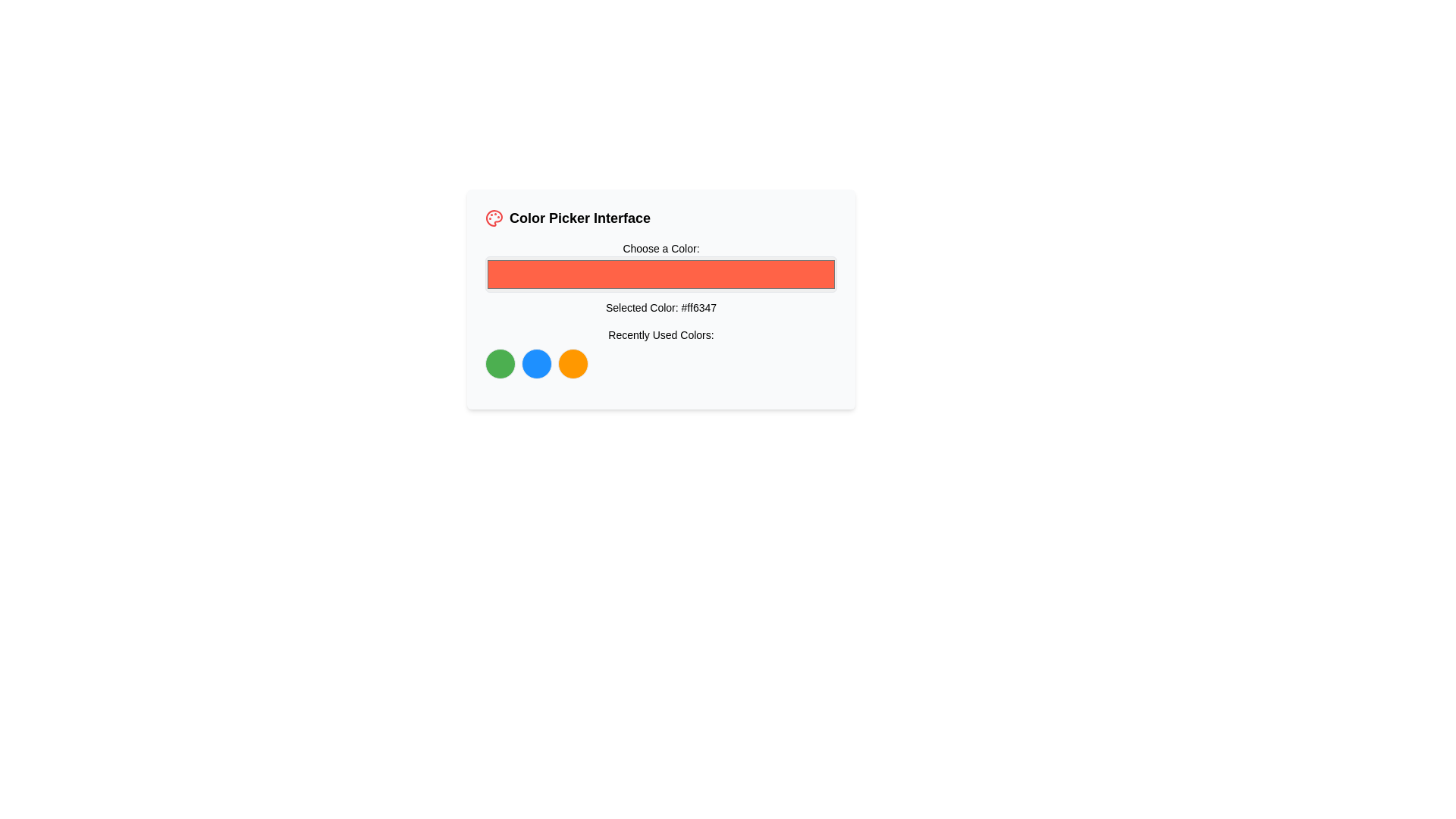  Describe the element at coordinates (661, 309) in the screenshot. I see `displayed color code '#ff6347' in the color picker interface, which is located within a card-like structure titled 'Choose a Color:'` at that location.